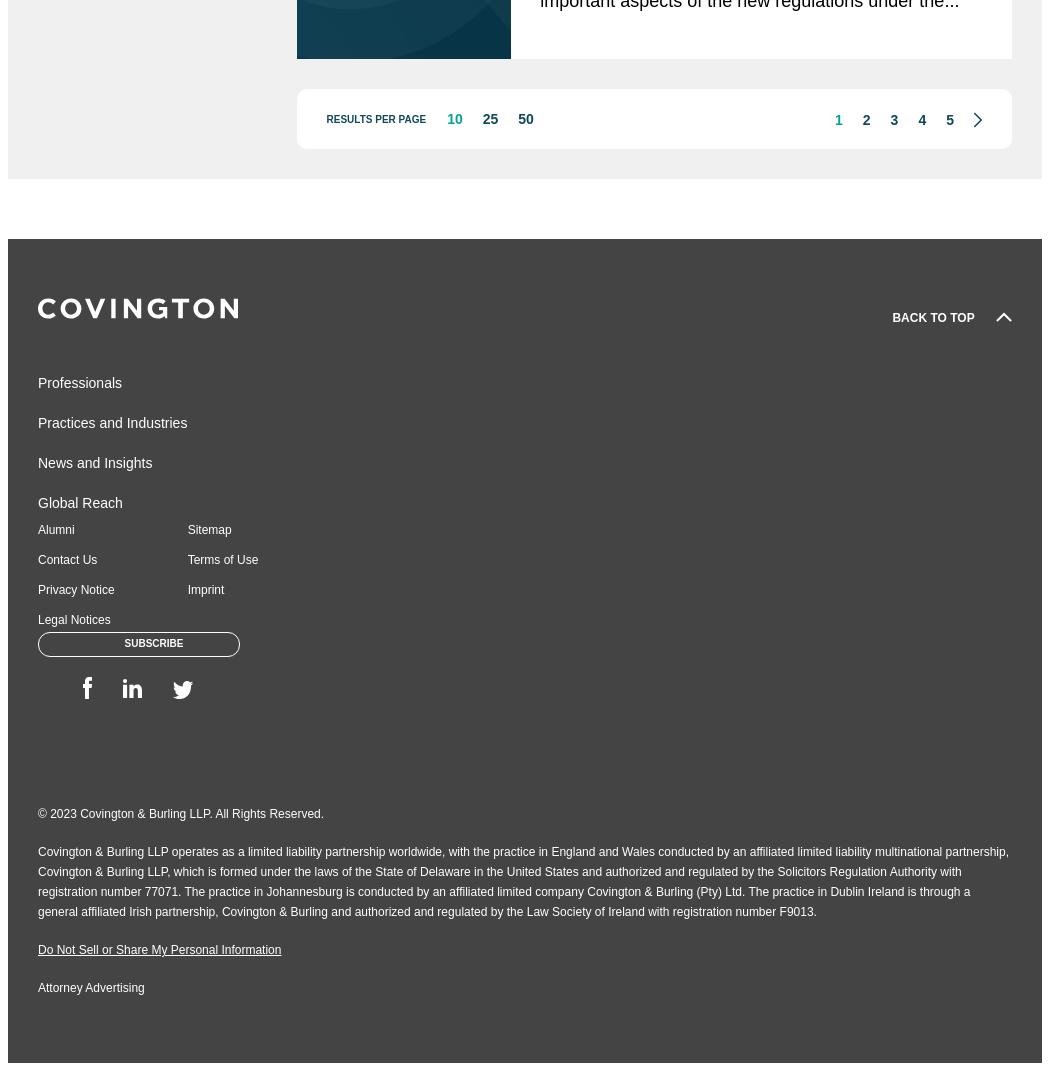 This screenshot has height=1071, width=1050. Describe the element at coordinates (76, 590) in the screenshot. I see `'Privacy Notice'` at that location.